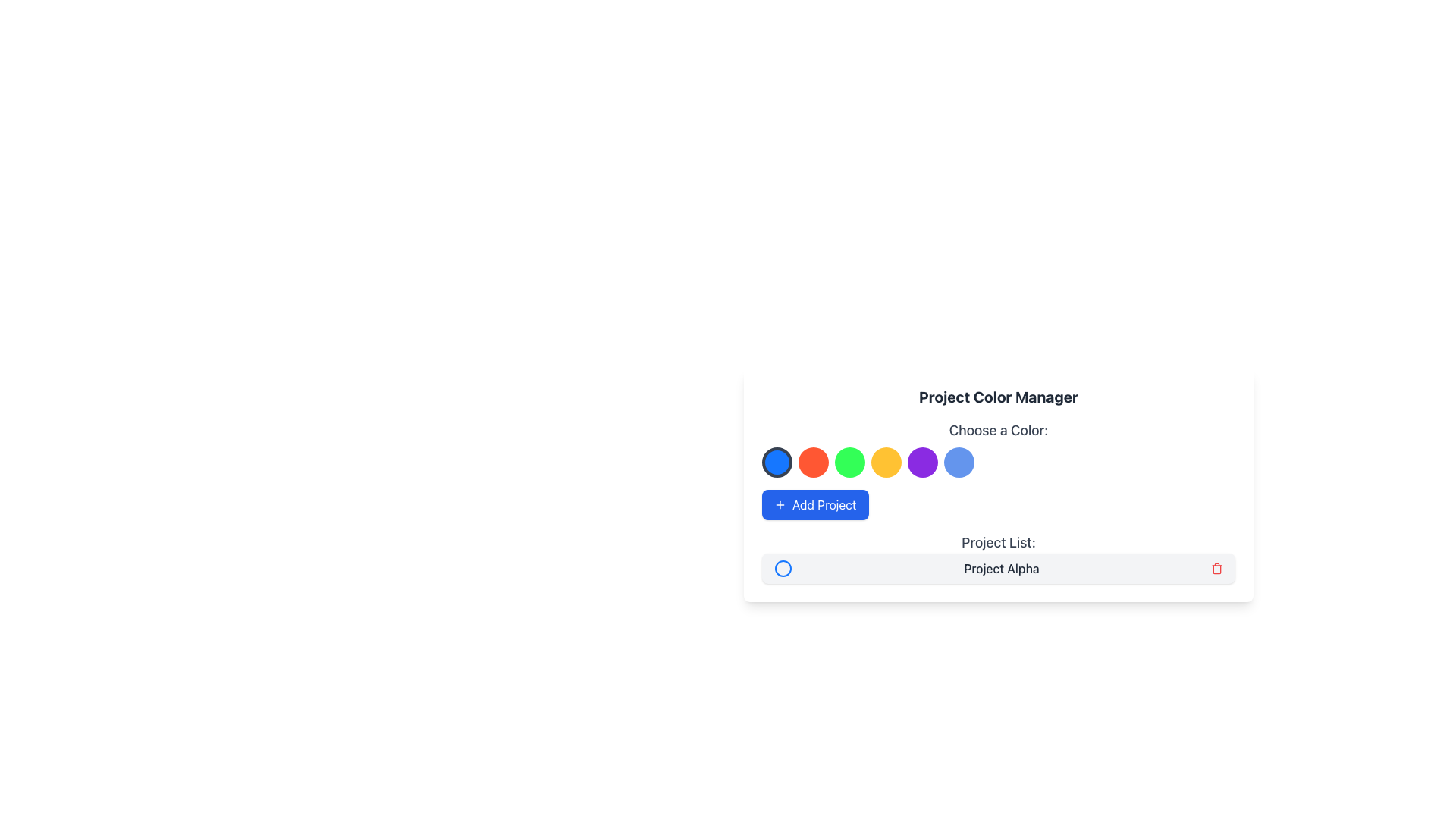 The image size is (1456, 819). What do you see at coordinates (998, 542) in the screenshot?
I see `the 'Project List:' text label, which is a medium-weight gray text component positioned between the 'Choose a Color:' section and the 'Project Alpha' list item` at bounding box center [998, 542].